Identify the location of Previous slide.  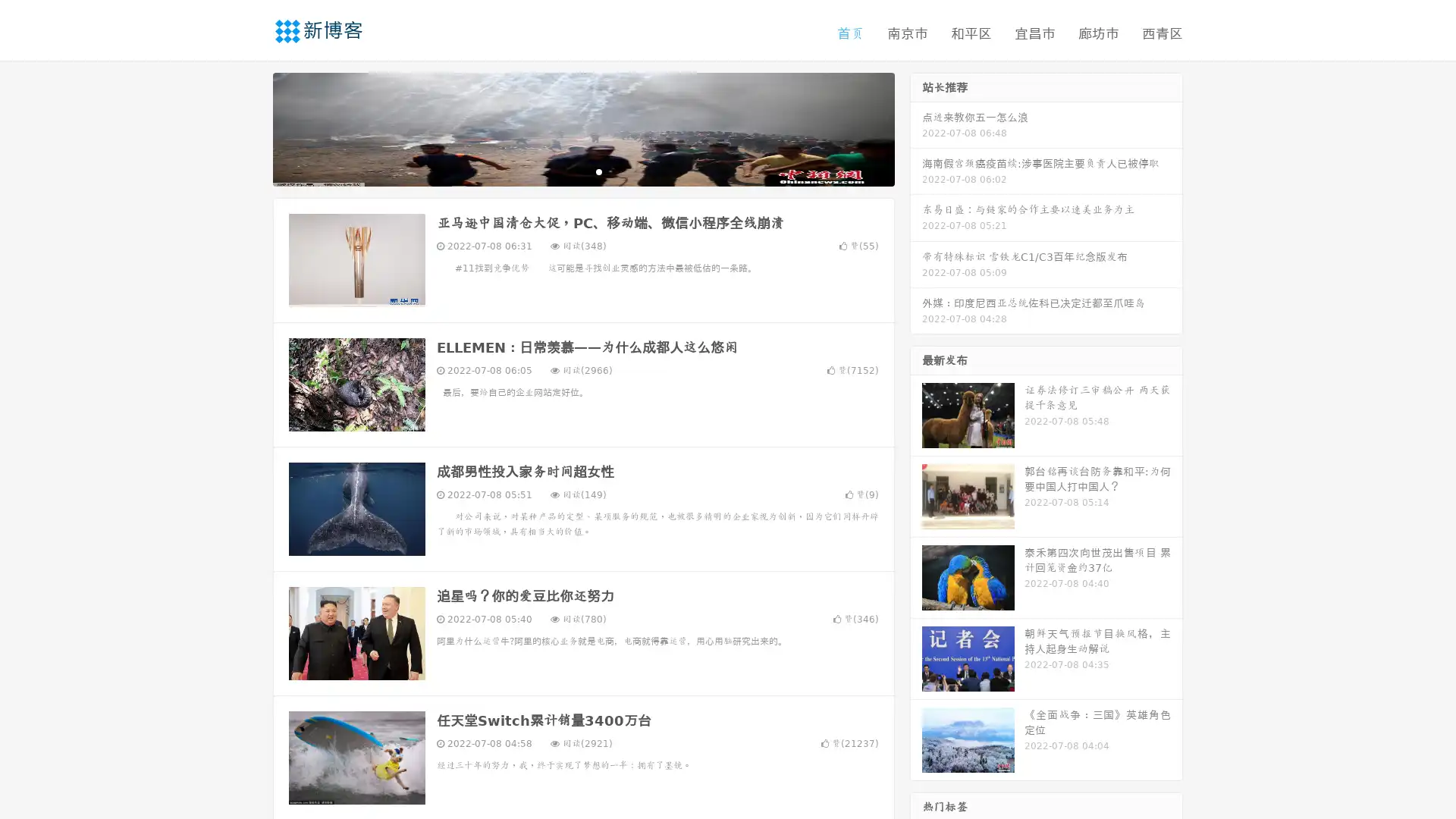
(250, 127).